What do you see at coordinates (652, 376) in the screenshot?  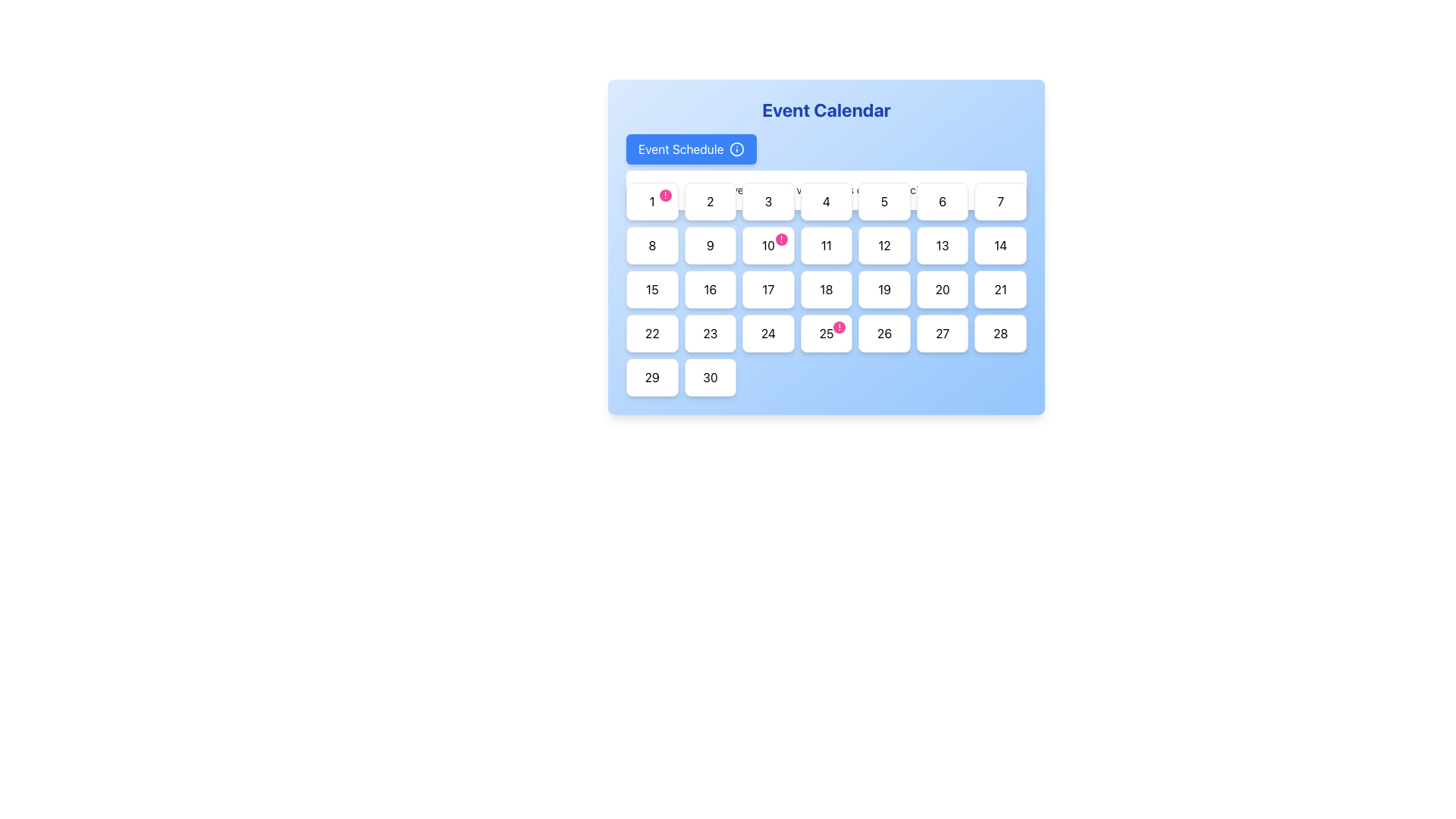 I see `the button representing the 29th day in the calendar interface` at bounding box center [652, 376].